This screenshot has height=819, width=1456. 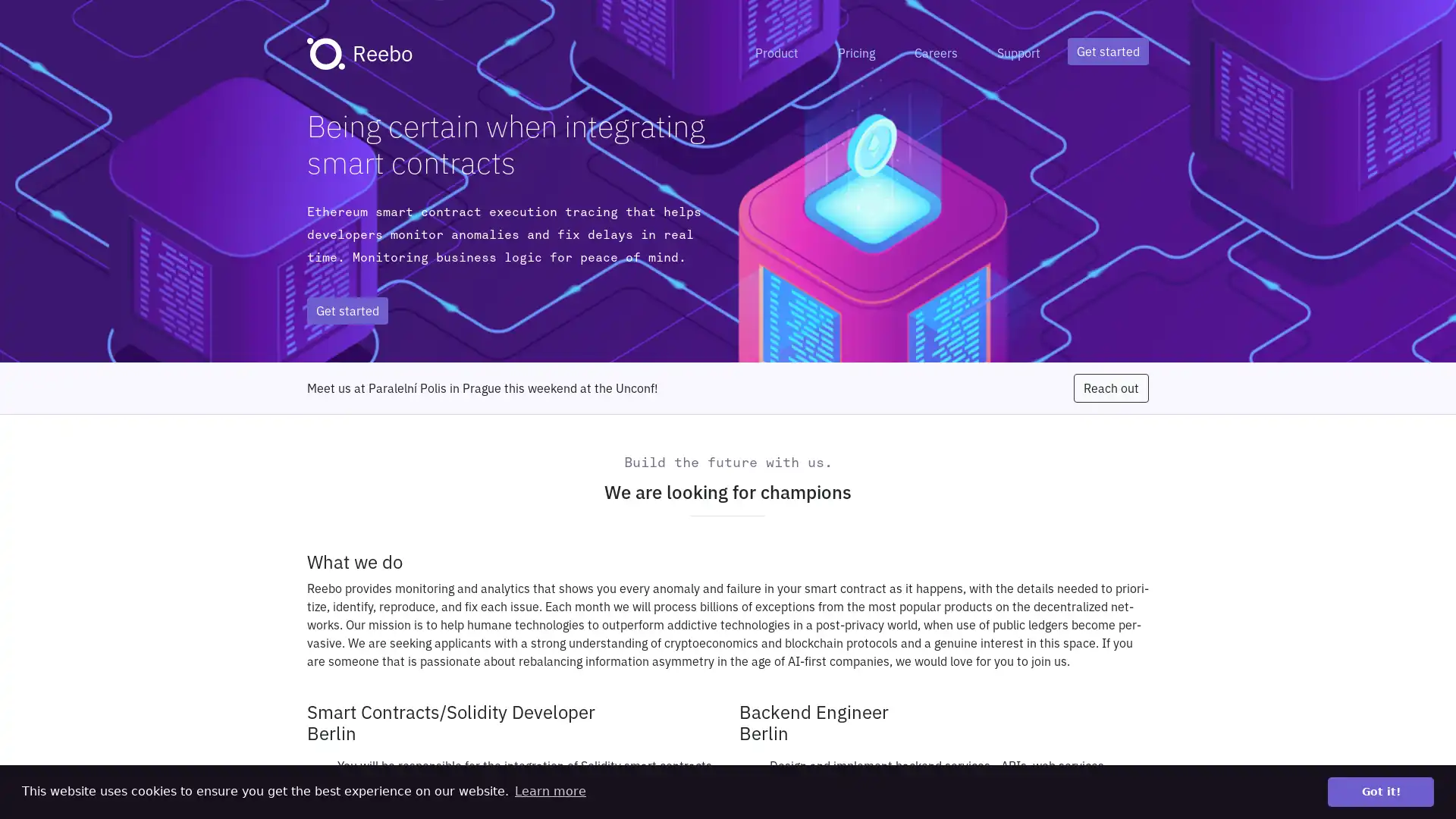 I want to click on Reach out, so click(x=1111, y=388).